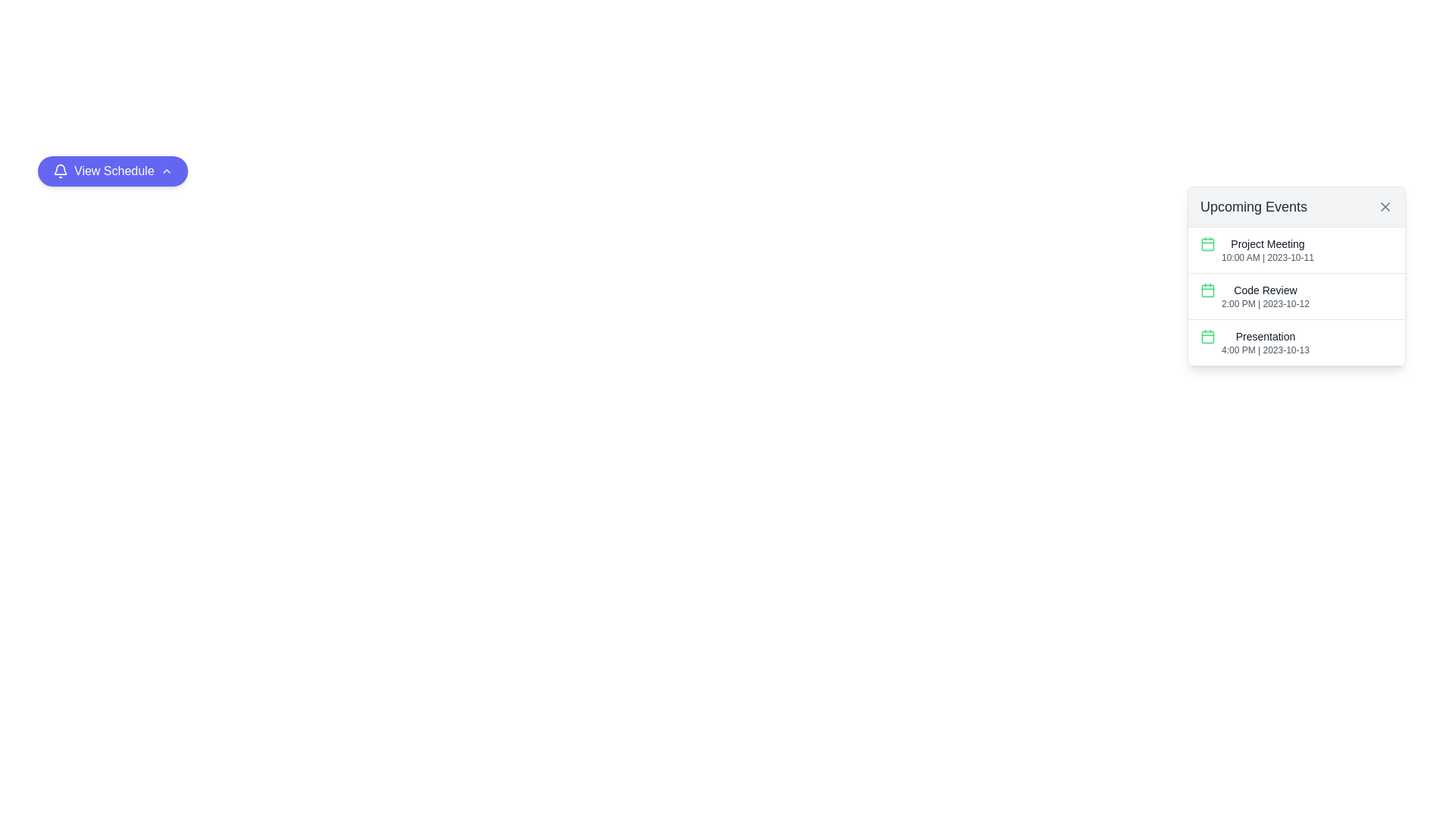 Image resolution: width=1456 pixels, height=819 pixels. I want to click on the 'Code Review' event item in the list within the 'Upcoming Events' panel, so click(1295, 276).